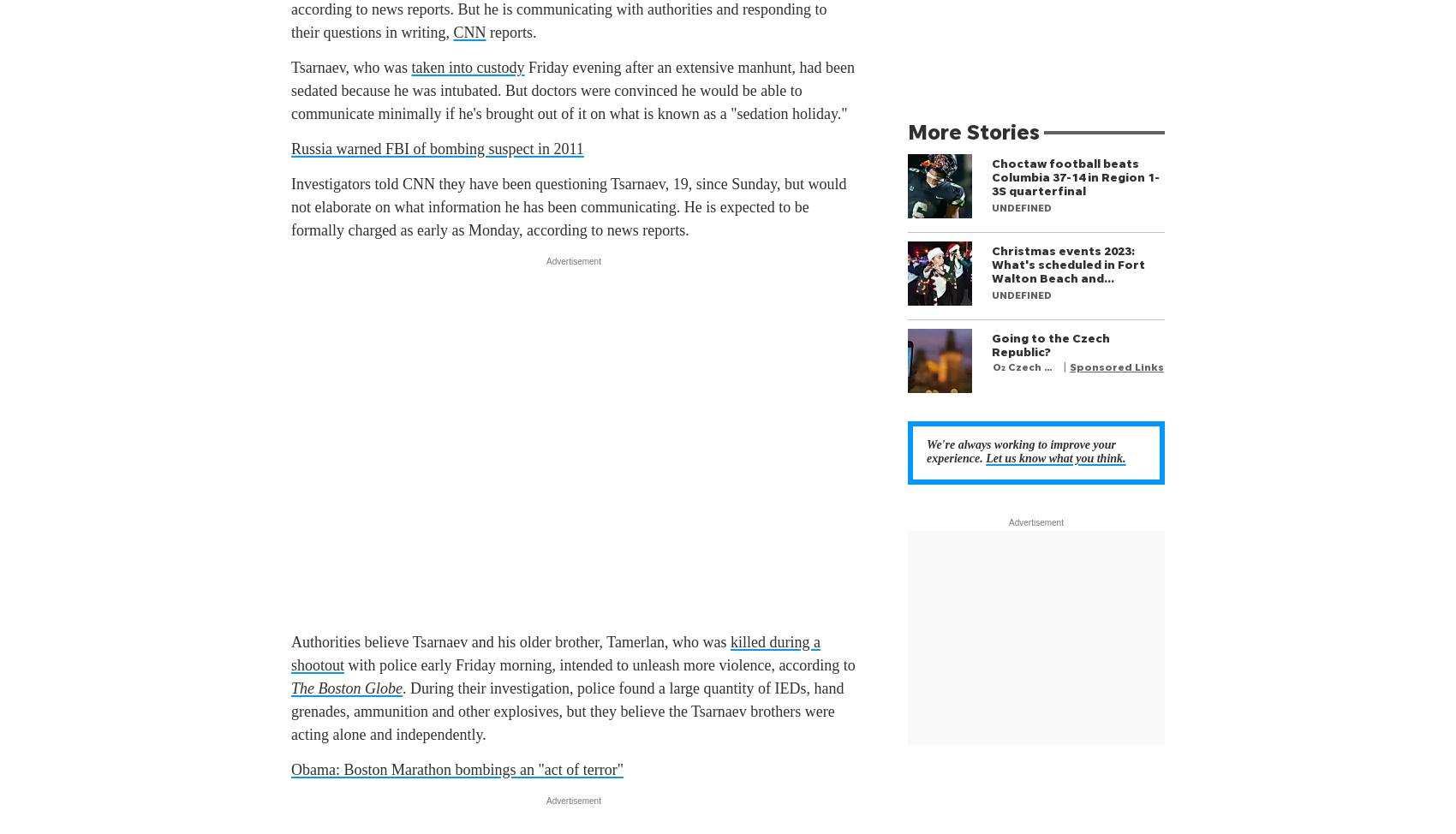 This screenshot has width=1456, height=834. Describe the element at coordinates (973, 130) in the screenshot. I see `'More Stories'` at that location.